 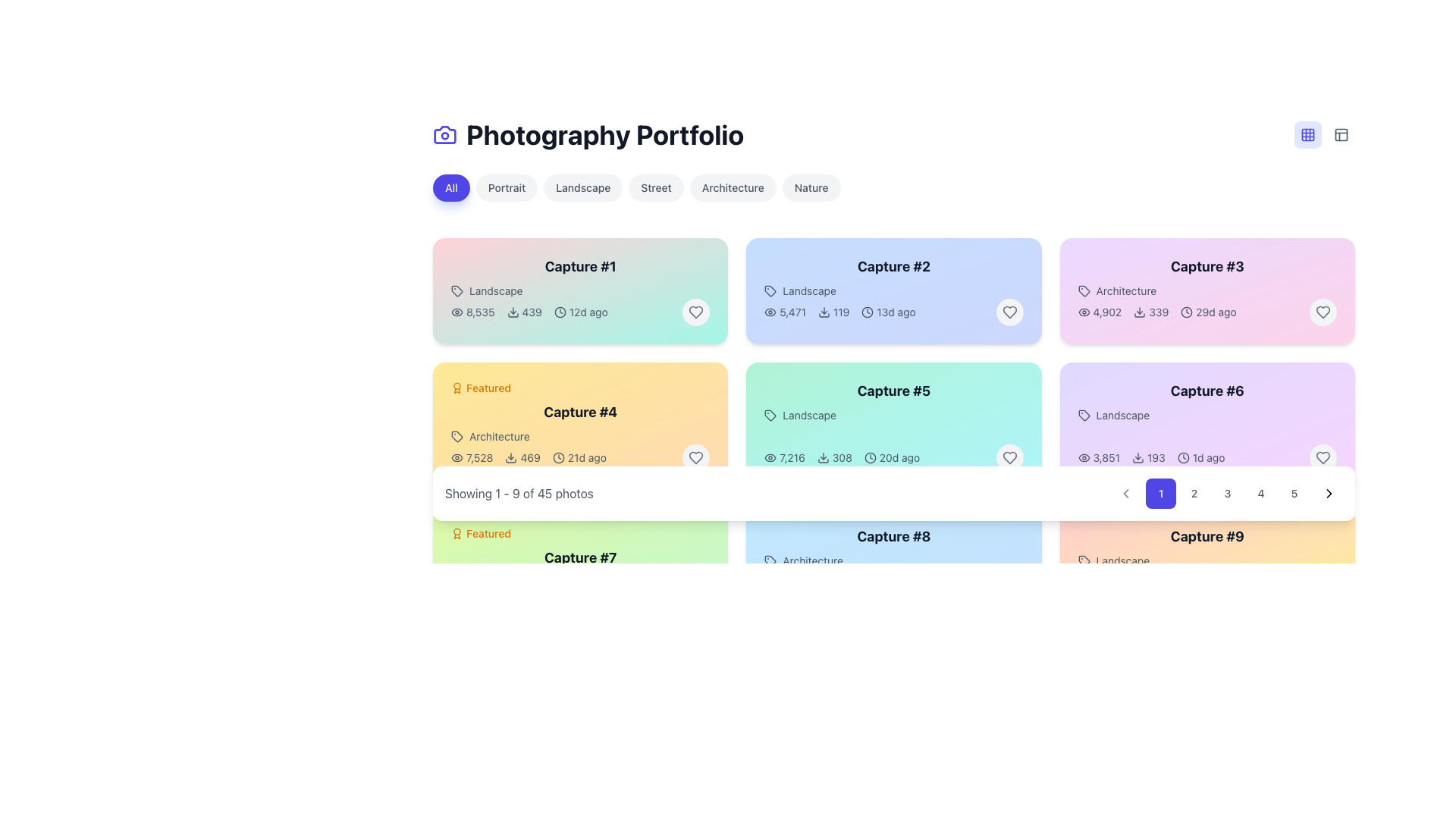 I want to click on the title and sub-caption text block in the top-right corner of the third card in the grid layout of the 'Photography Portfolio' interface to trigger visual effects, so click(x=1207, y=278).